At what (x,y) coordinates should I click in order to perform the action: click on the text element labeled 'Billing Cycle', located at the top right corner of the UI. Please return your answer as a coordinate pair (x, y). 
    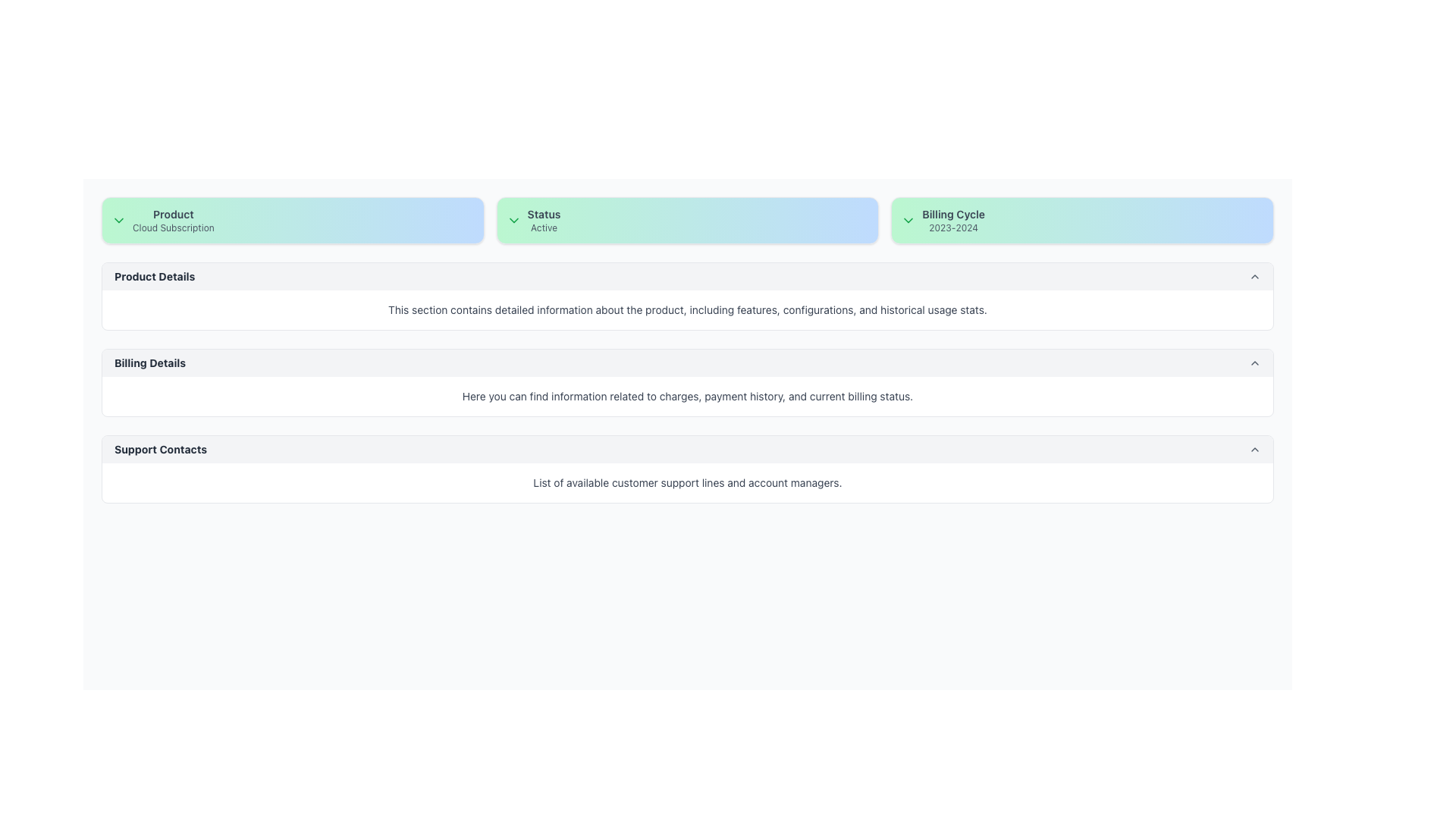
    Looking at the image, I should click on (952, 214).